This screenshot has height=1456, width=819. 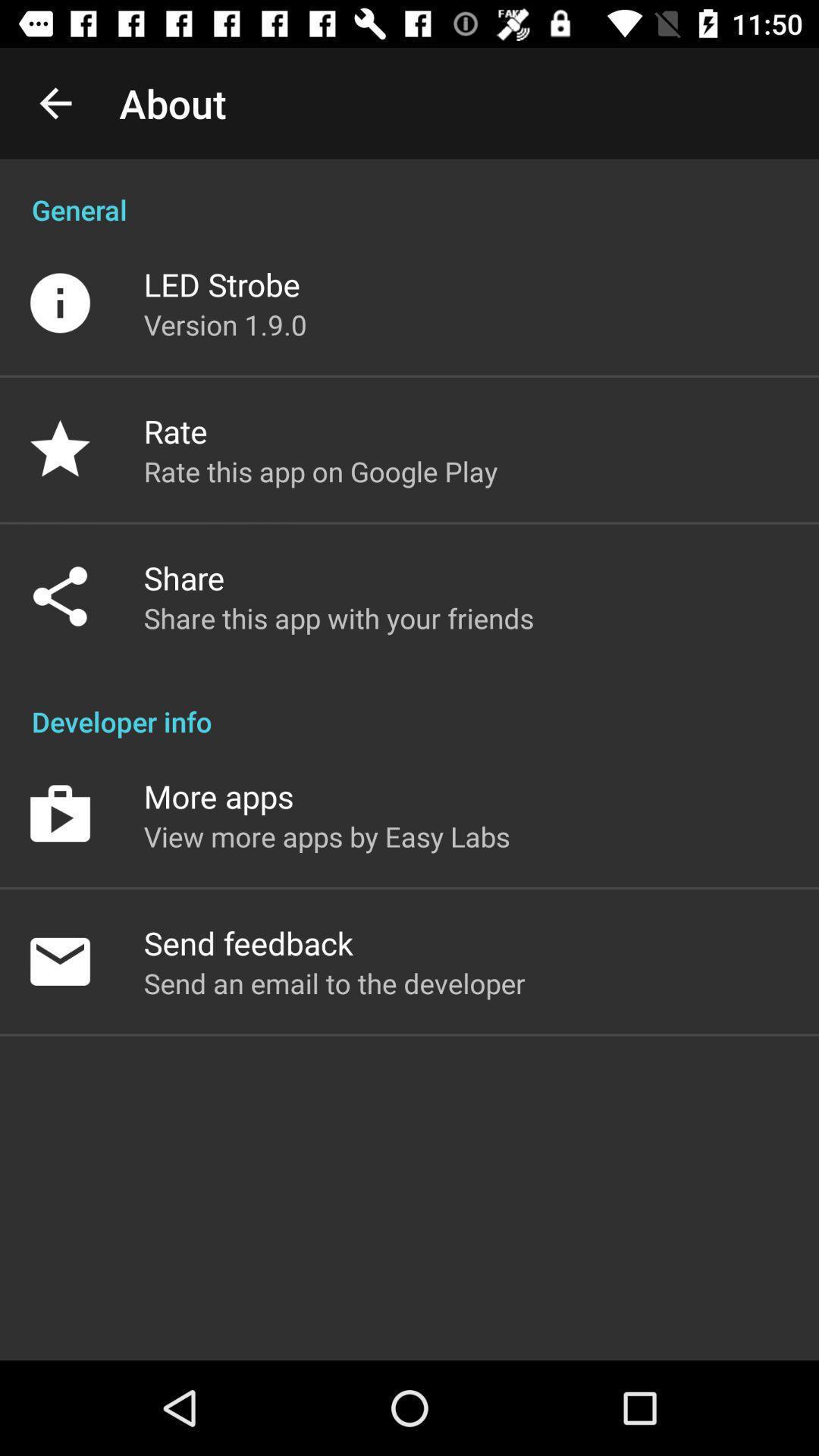 I want to click on app above the version 1 9 app, so click(x=221, y=284).